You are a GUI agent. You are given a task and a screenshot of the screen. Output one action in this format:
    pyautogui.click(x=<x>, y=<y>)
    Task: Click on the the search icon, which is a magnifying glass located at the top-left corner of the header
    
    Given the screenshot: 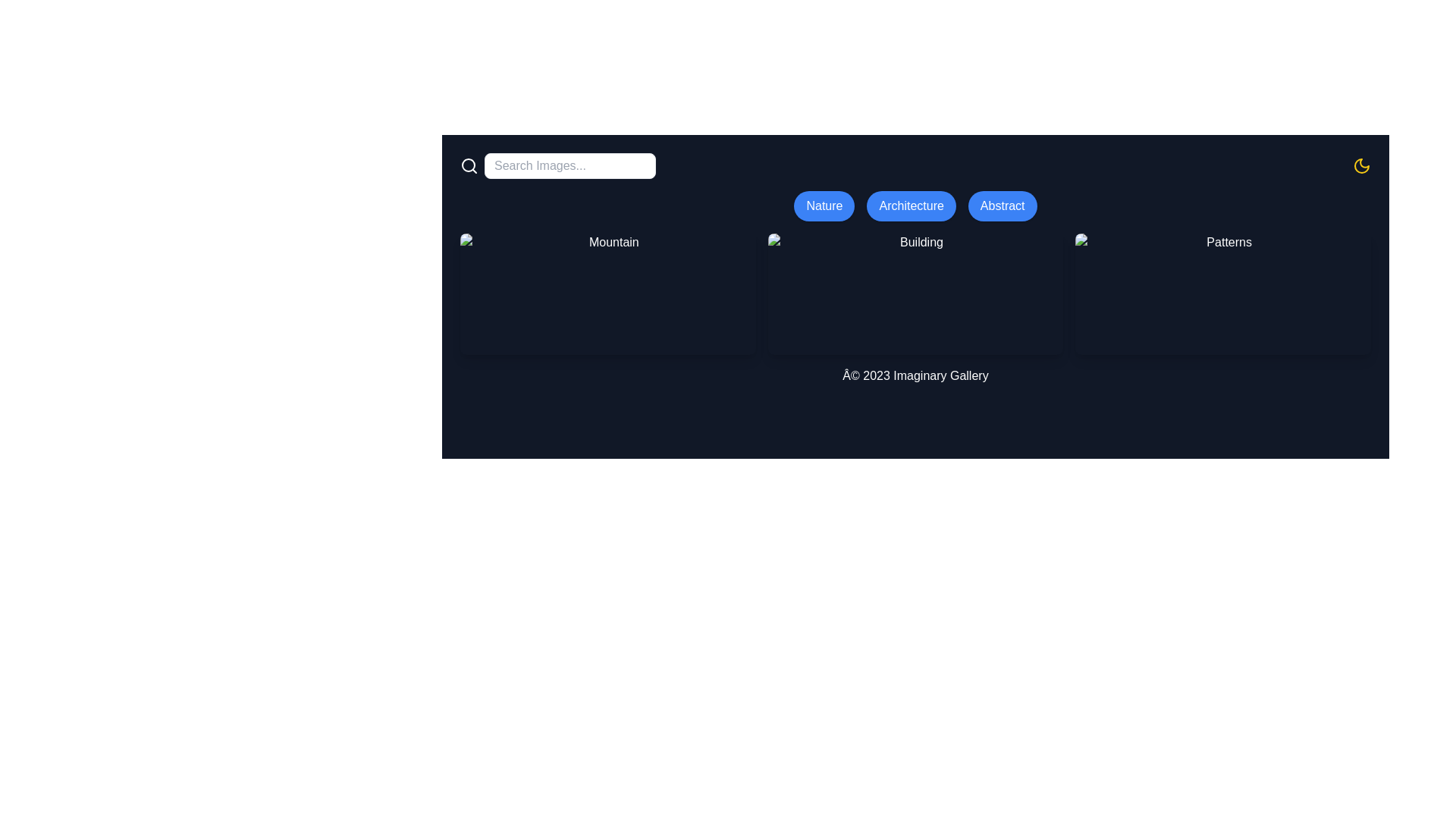 What is the action you would take?
    pyautogui.click(x=469, y=166)
    